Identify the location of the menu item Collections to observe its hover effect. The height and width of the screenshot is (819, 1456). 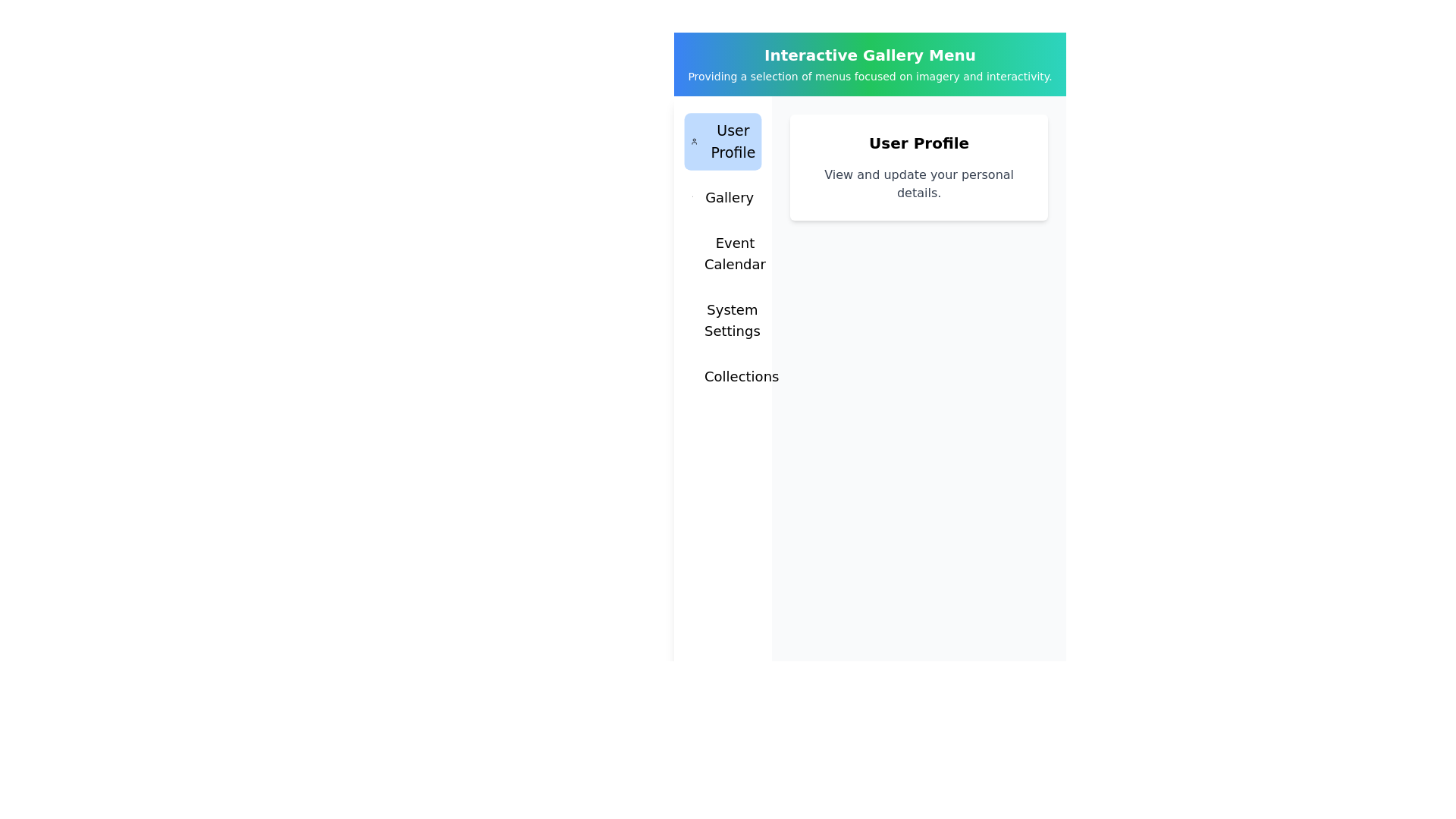
(722, 376).